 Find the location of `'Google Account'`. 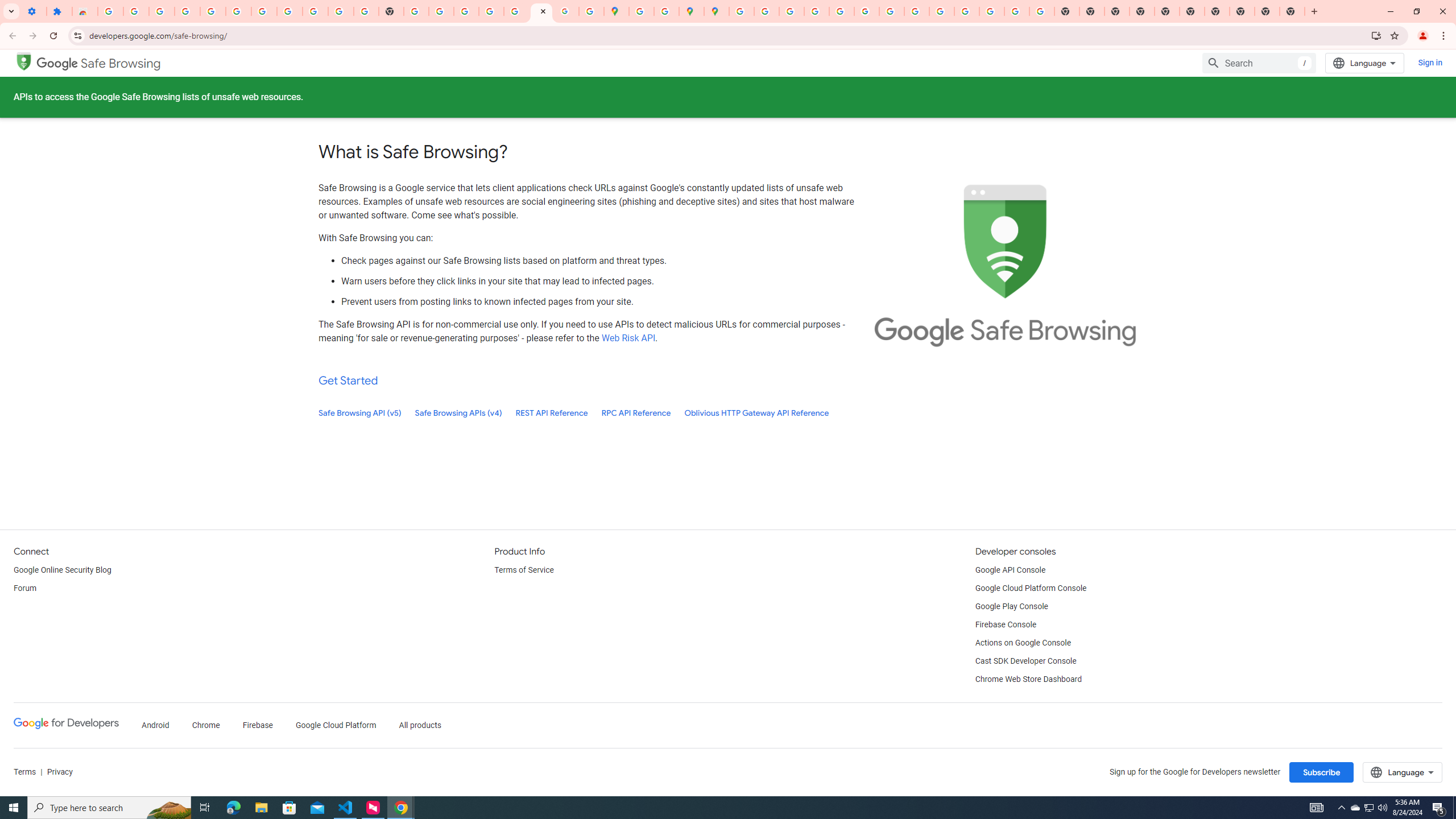

'Google Account' is located at coordinates (315, 11).